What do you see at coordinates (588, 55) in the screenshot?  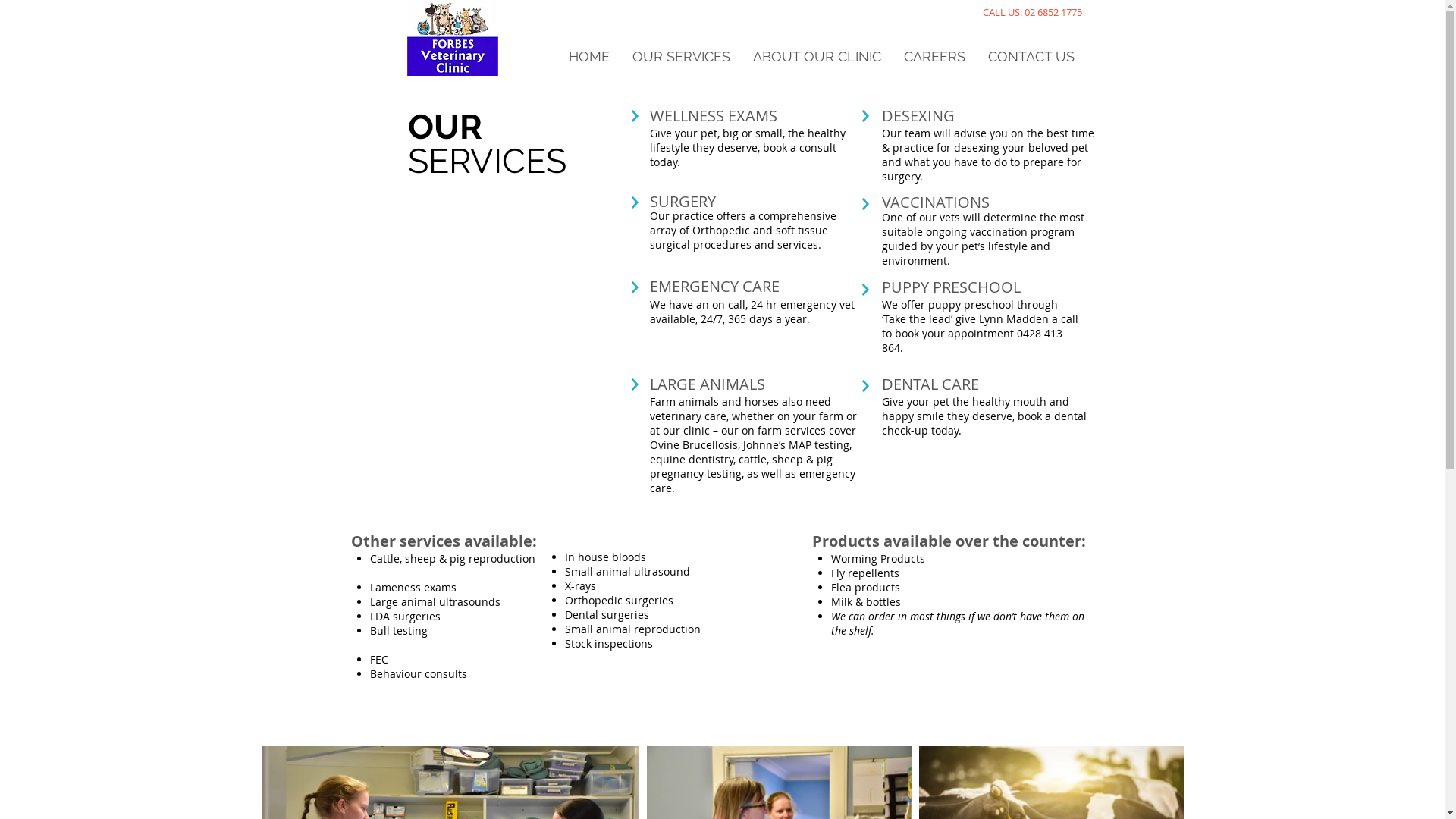 I see `'HOME'` at bounding box center [588, 55].